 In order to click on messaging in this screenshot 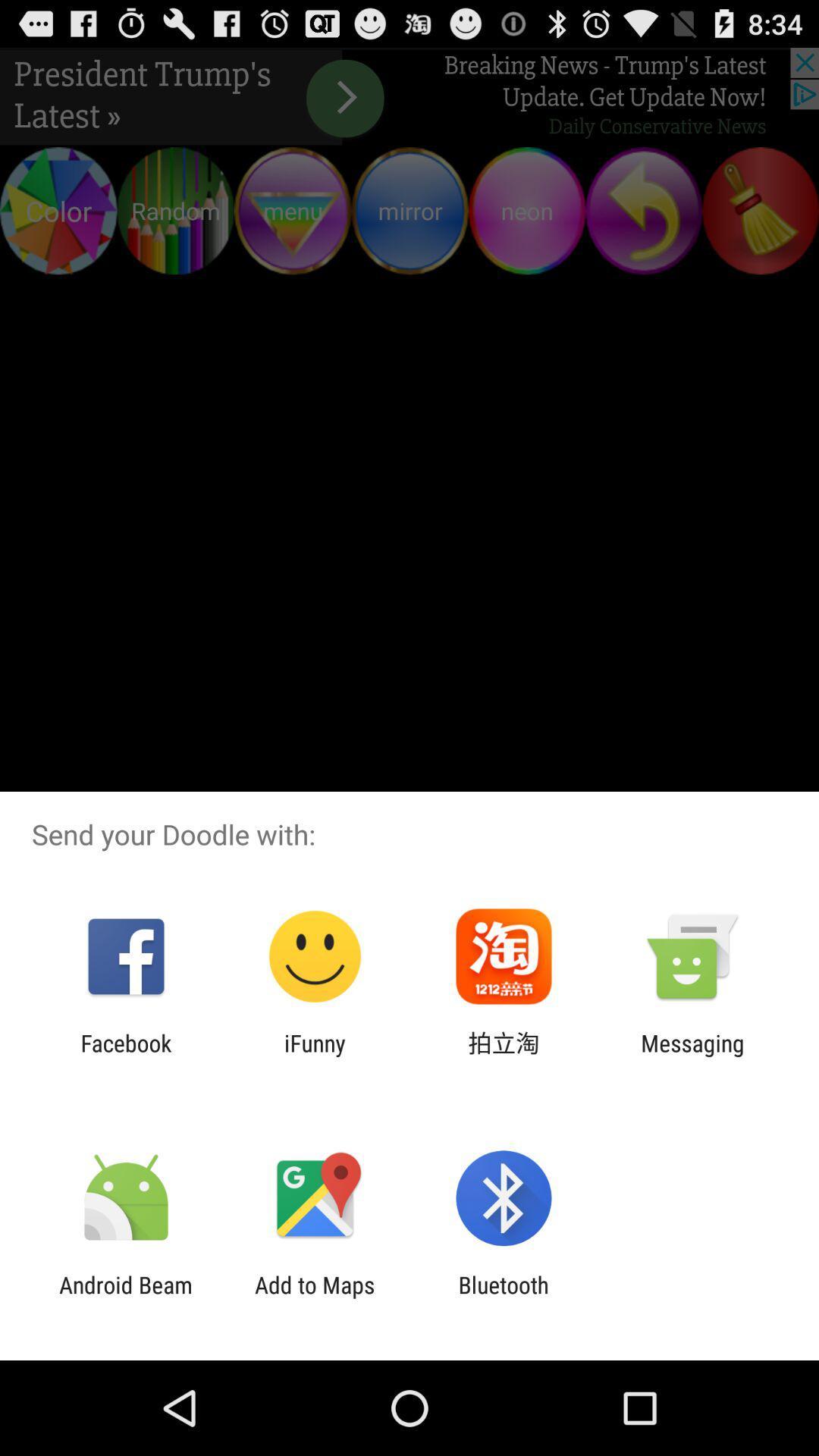, I will do `click(692, 1056)`.